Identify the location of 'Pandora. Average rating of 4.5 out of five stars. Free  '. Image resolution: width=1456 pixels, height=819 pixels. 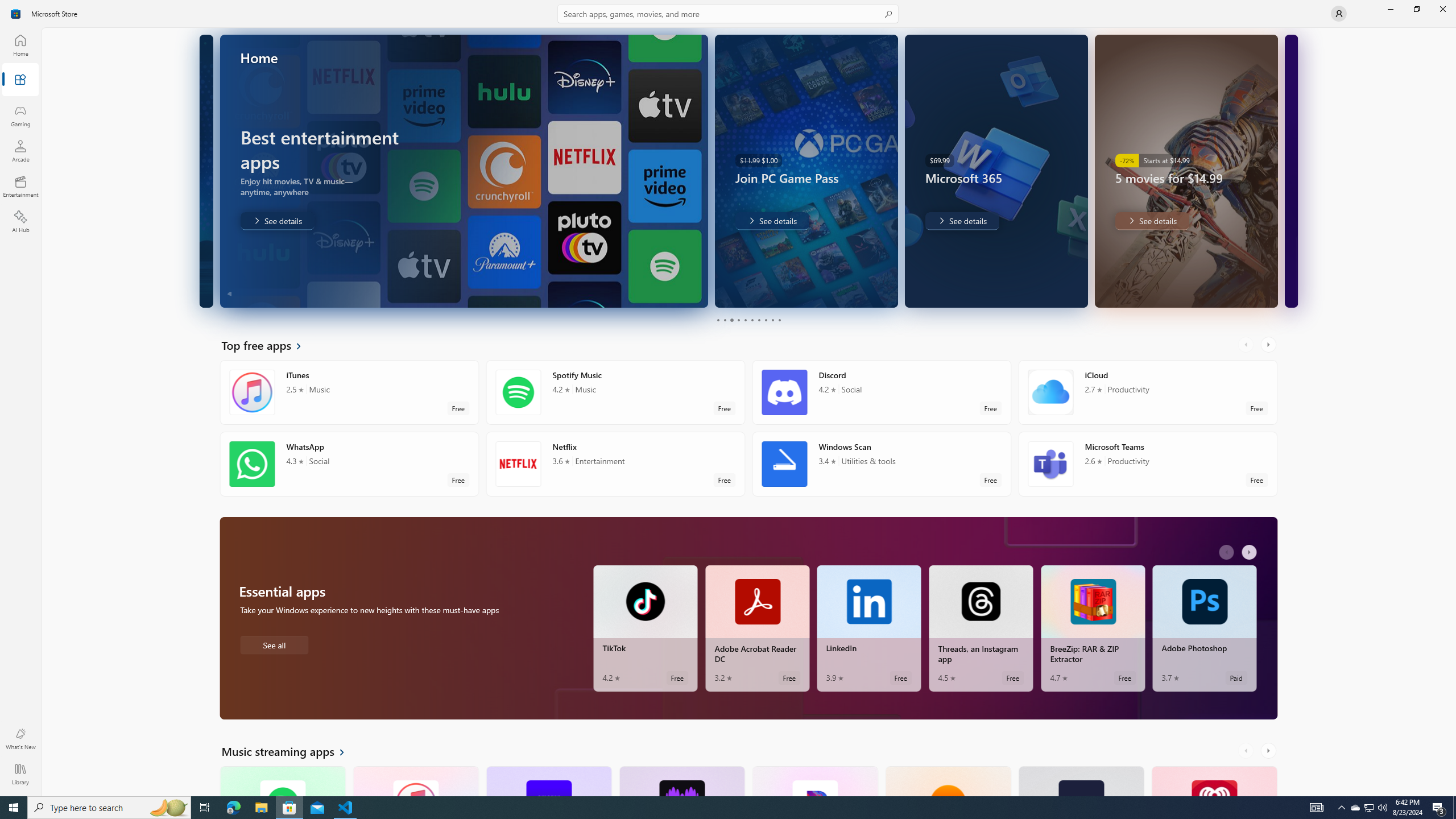
(814, 780).